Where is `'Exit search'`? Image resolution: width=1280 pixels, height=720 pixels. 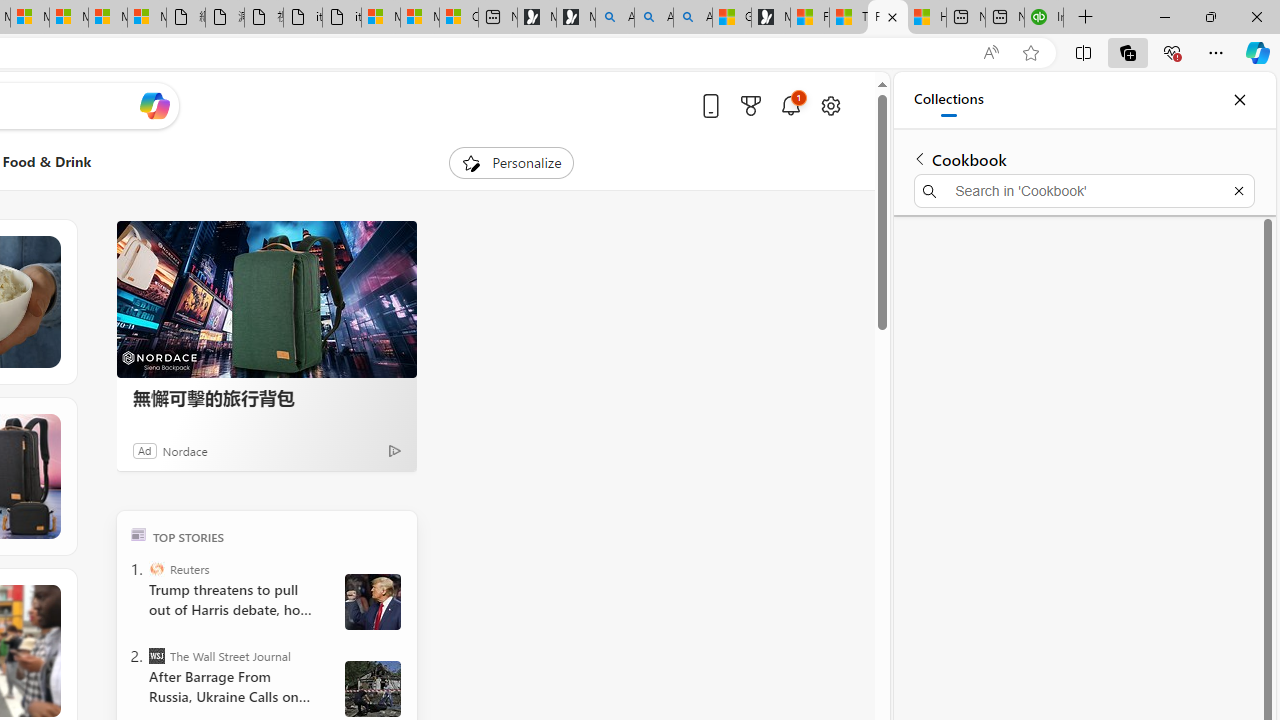 'Exit search' is located at coordinates (1238, 191).